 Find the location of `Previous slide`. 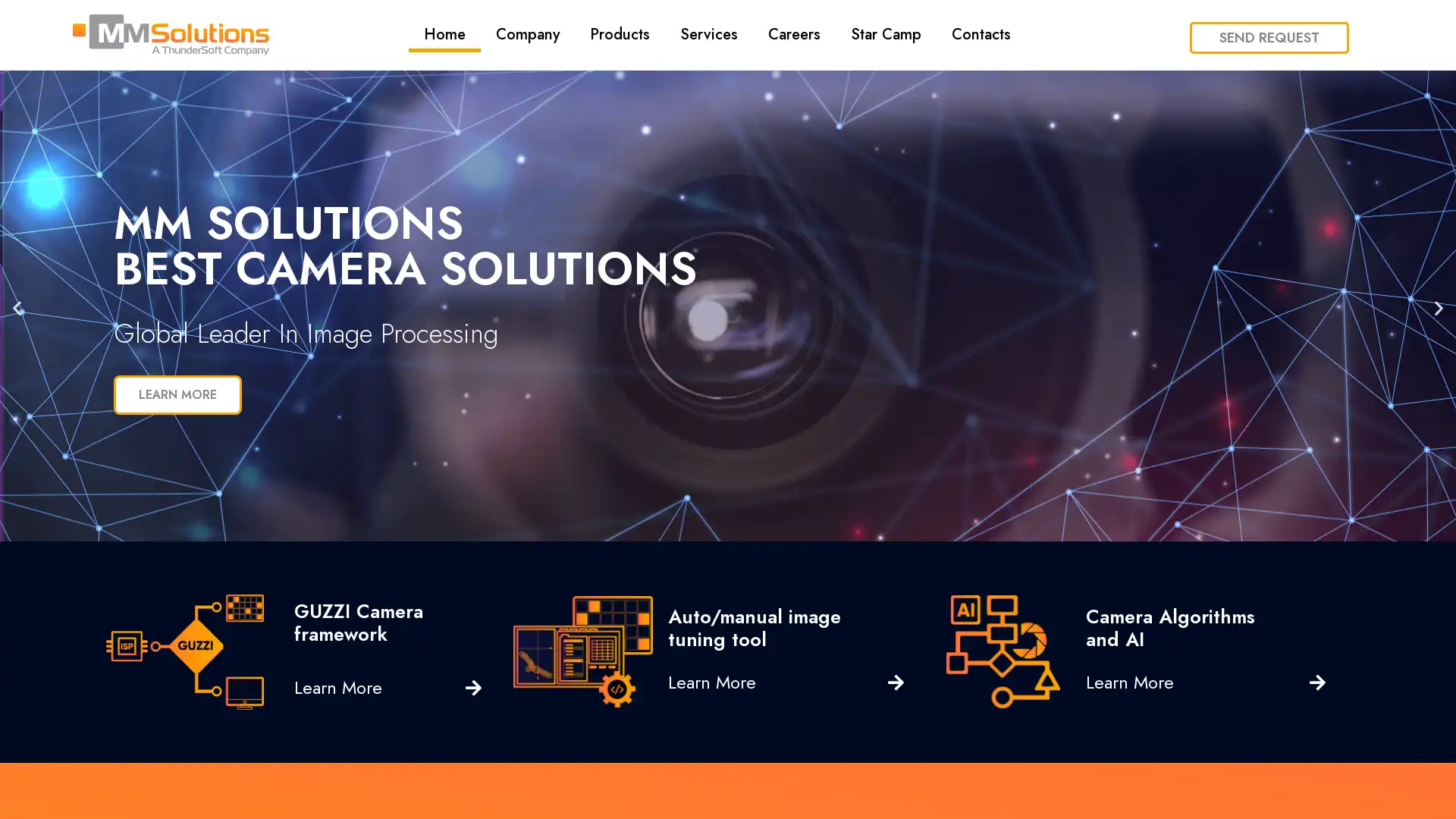

Previous slide is located at coordinates (17, 307).